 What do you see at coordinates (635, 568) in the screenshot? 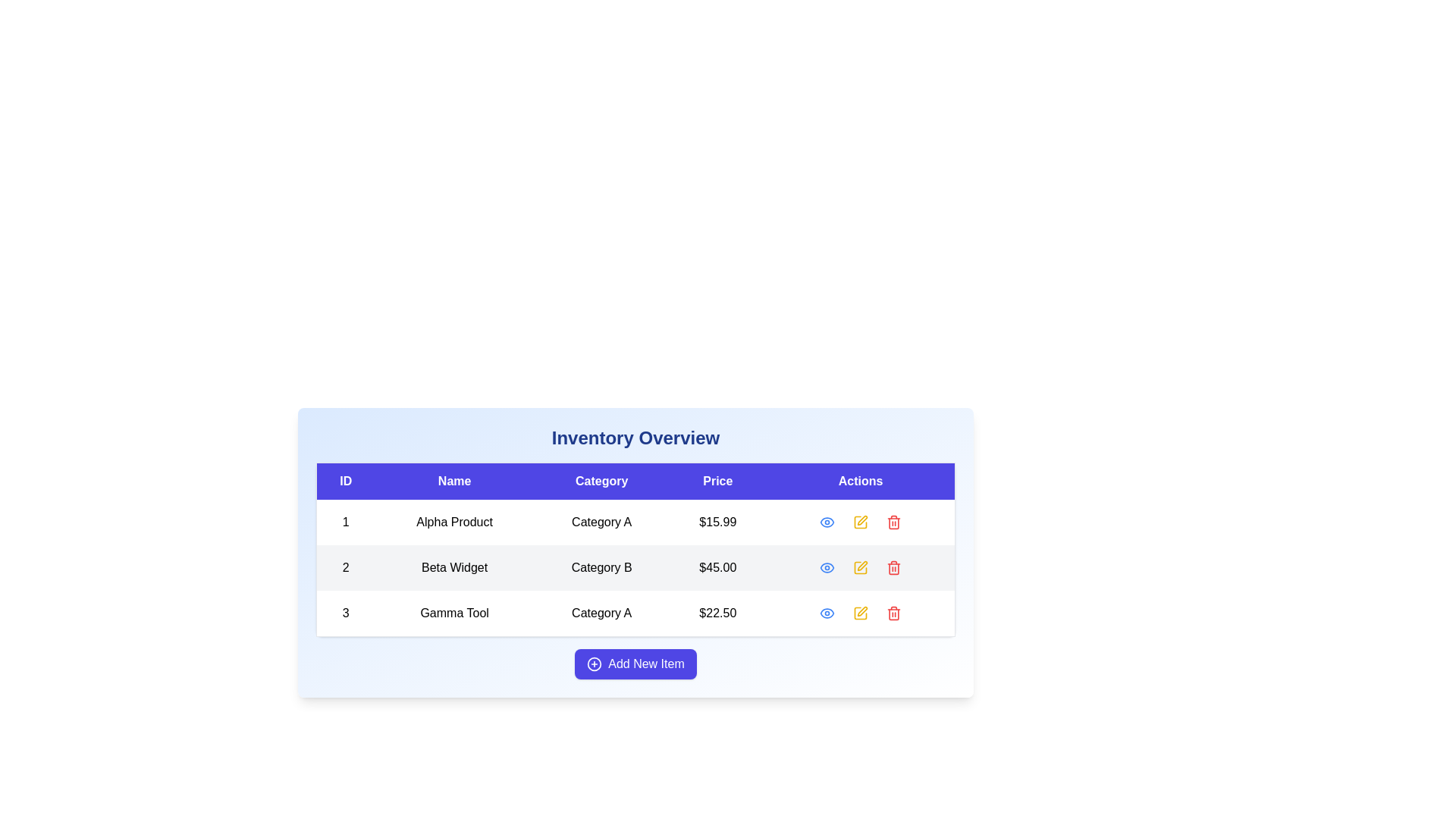
I see `displayed details of the second row in the table, which contains information about a specific product or item` at bounding box center [635, 568].